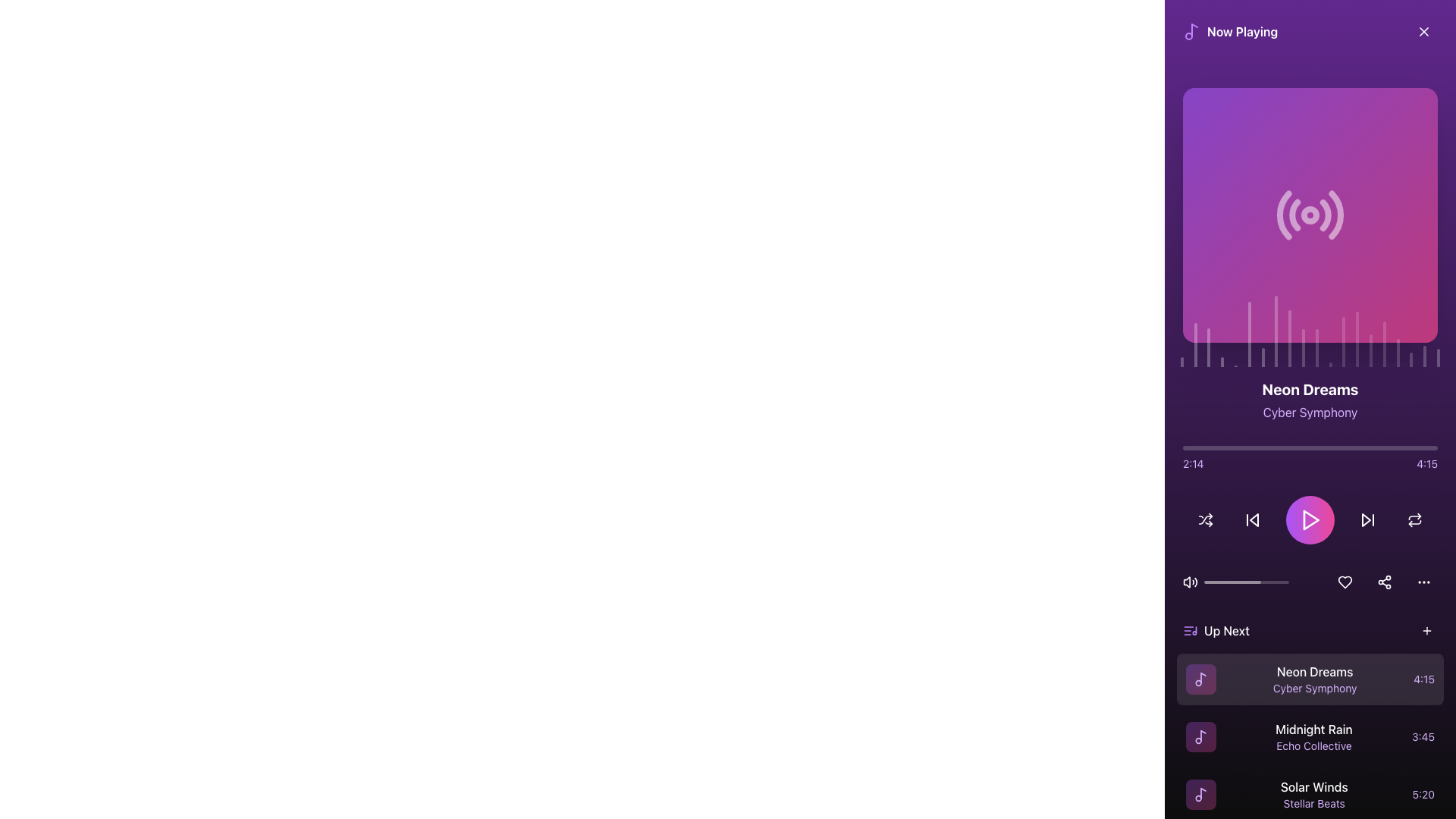  I want to click on the media control button that skips backward to the previous track, which is the second button from the left in the horizontal group of media control buttons in the music player interface, so click(1252, 519).